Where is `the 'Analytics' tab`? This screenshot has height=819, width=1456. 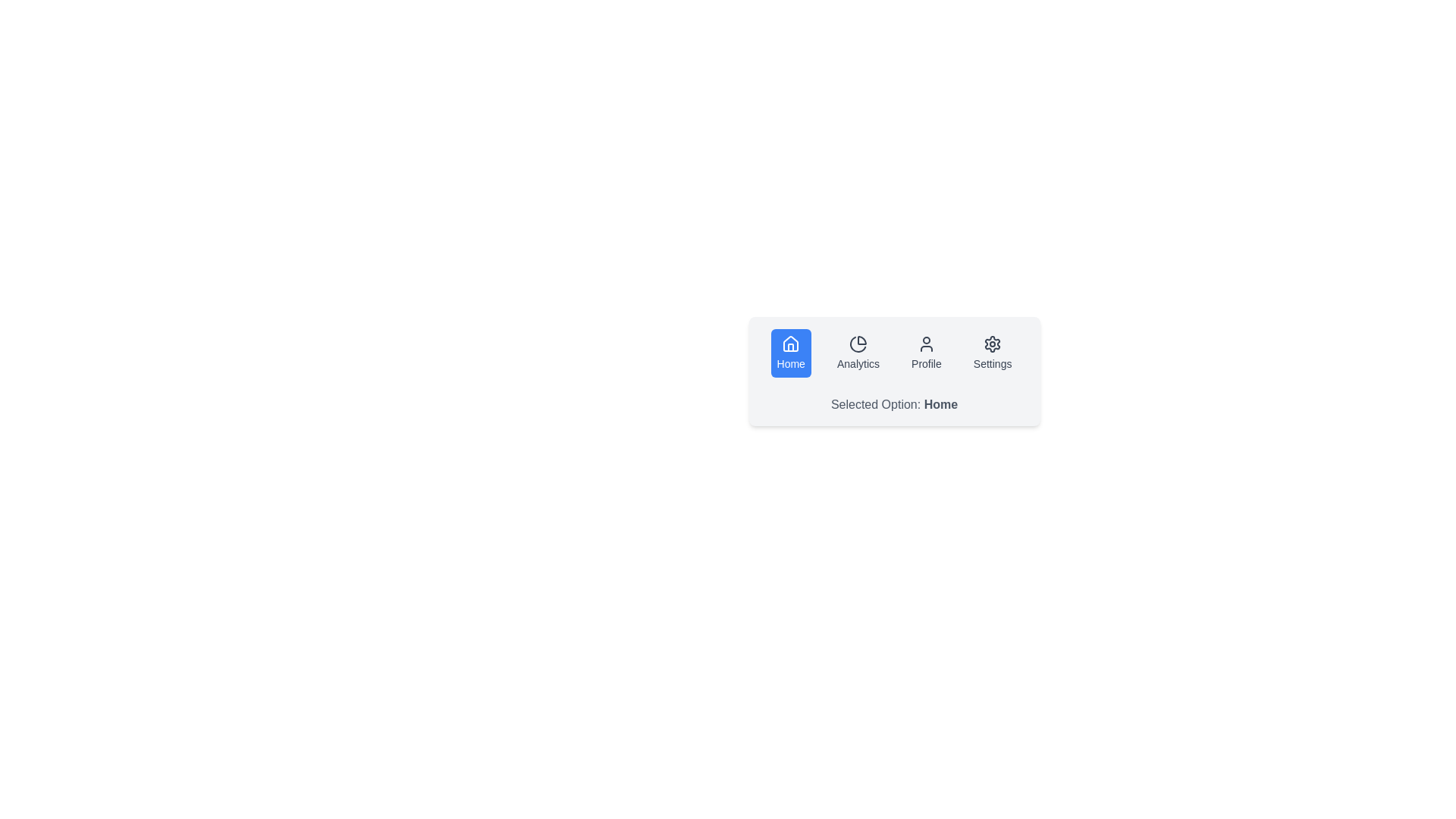
the 'Analytics' tab is located at coordinates (858, 353).